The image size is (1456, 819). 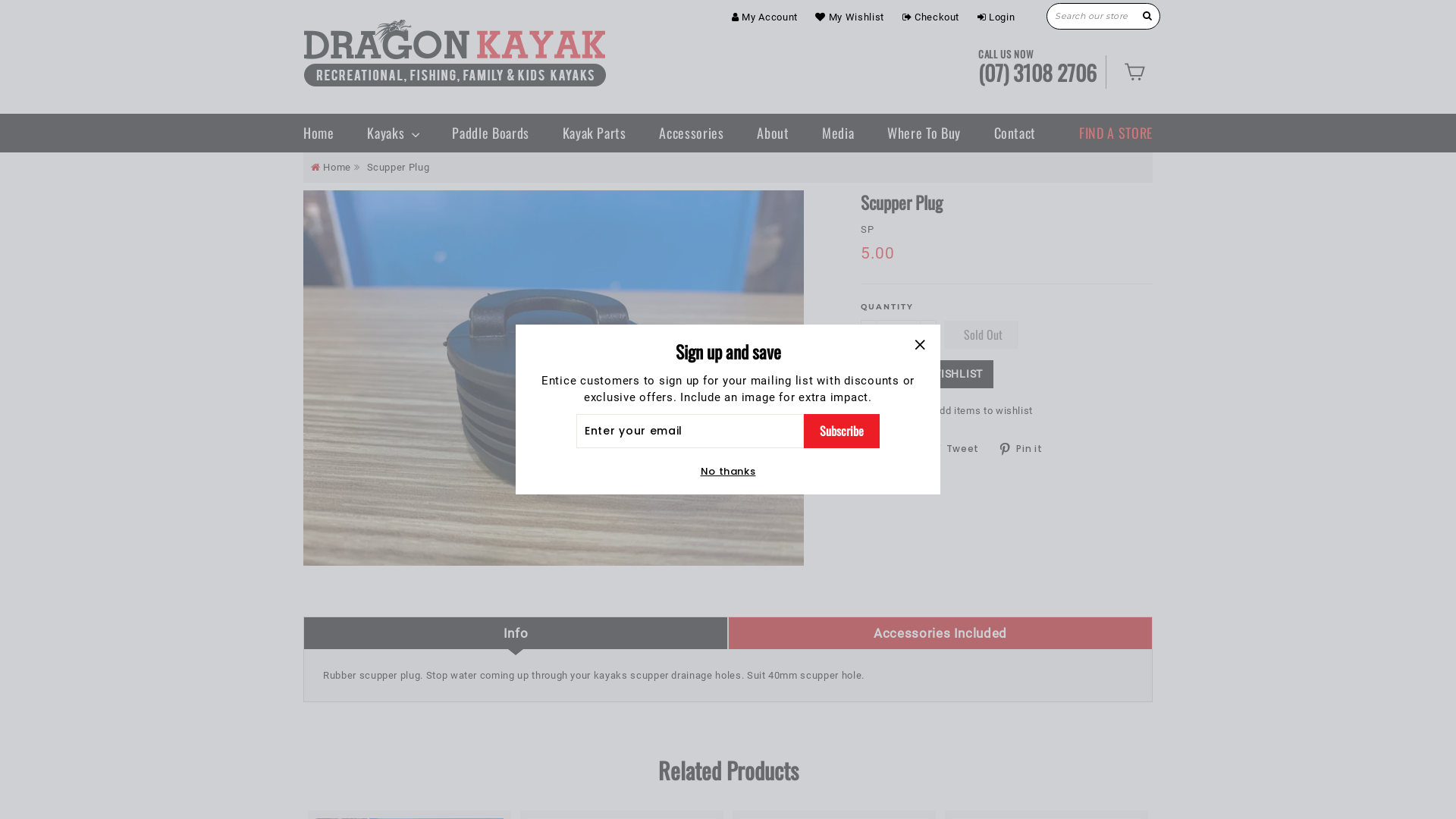 I want to click on 'Home', so click(x=330, y=167).